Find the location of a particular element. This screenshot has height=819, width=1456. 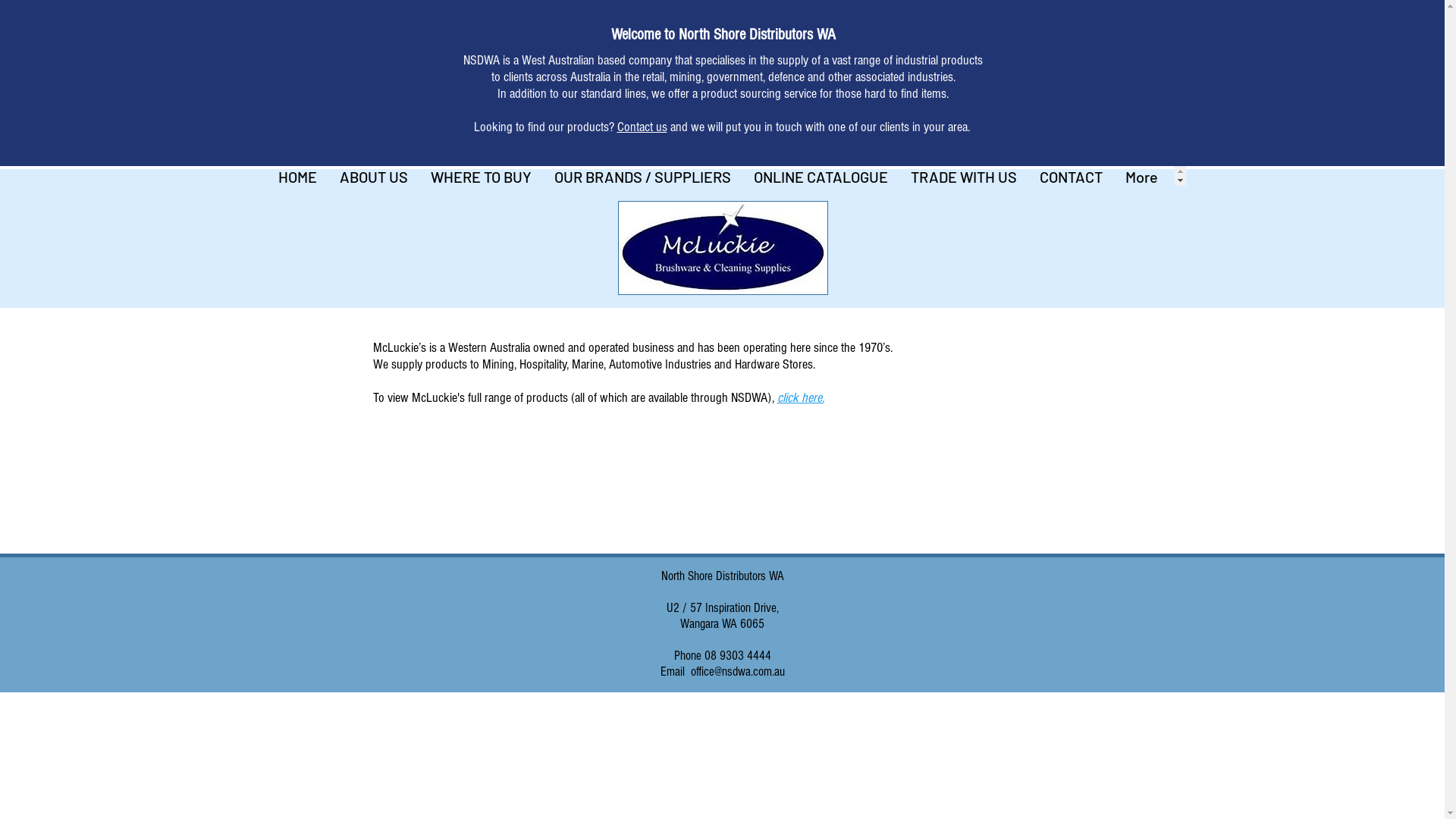

'ABOUT US' is located at coordinates (372, 174).